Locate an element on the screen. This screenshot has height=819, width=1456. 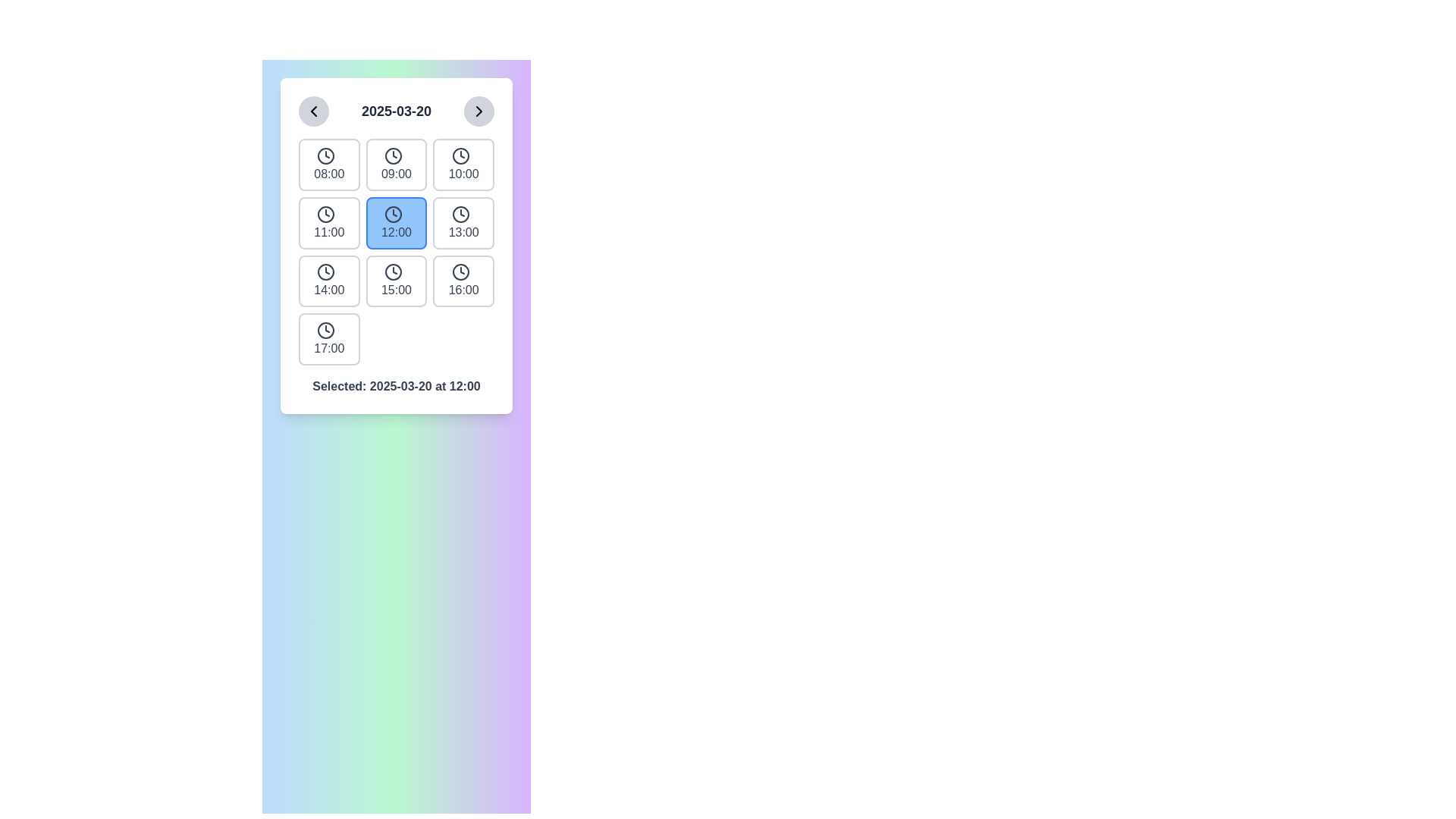
the clock icon indicating the time '08:00', which is located in the top-left corner of the grid of selectable time blocks is located at coordinates (325, 155).